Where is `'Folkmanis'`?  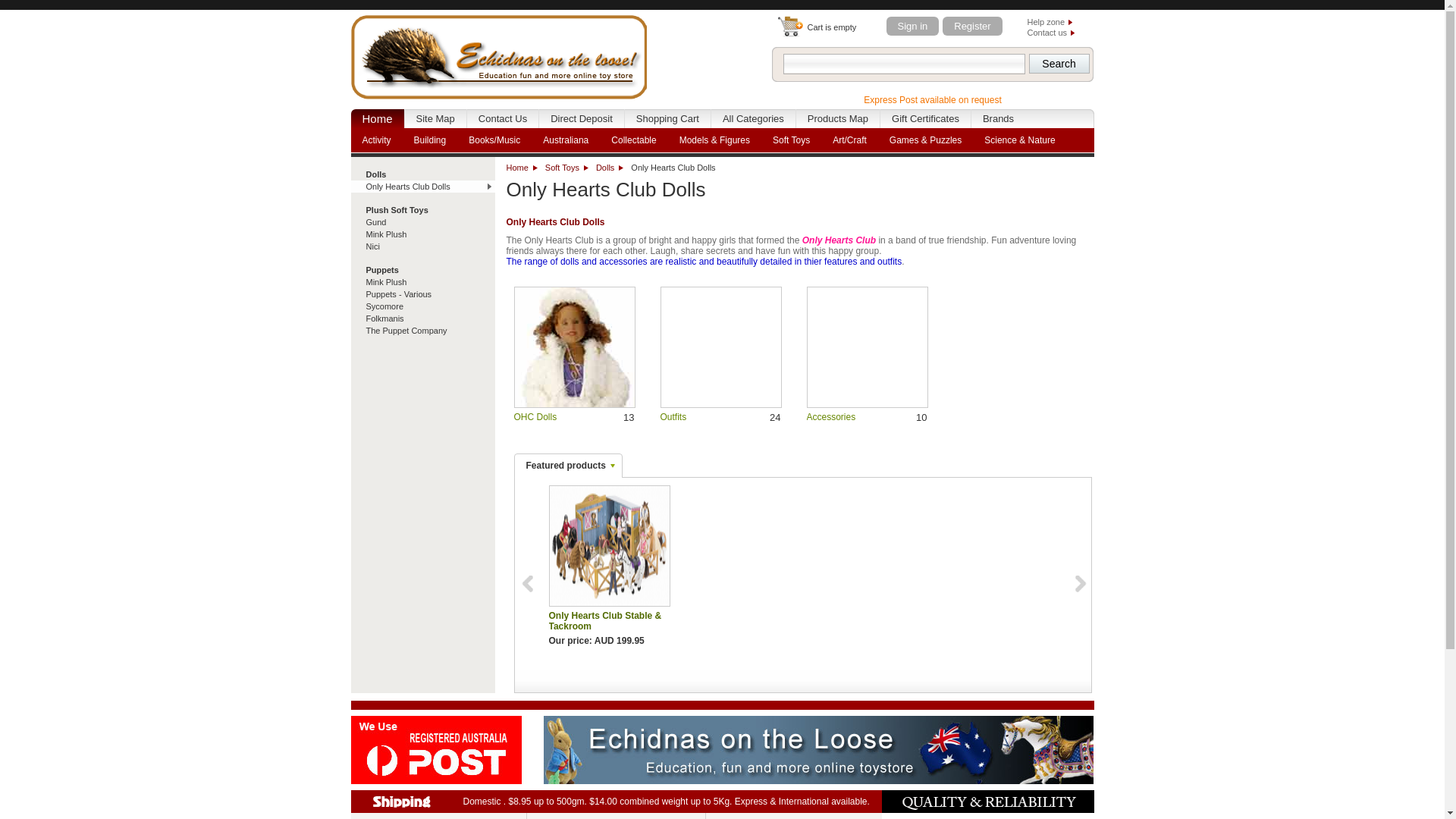 'Folkmanis' is located at coordinates (422, 318).